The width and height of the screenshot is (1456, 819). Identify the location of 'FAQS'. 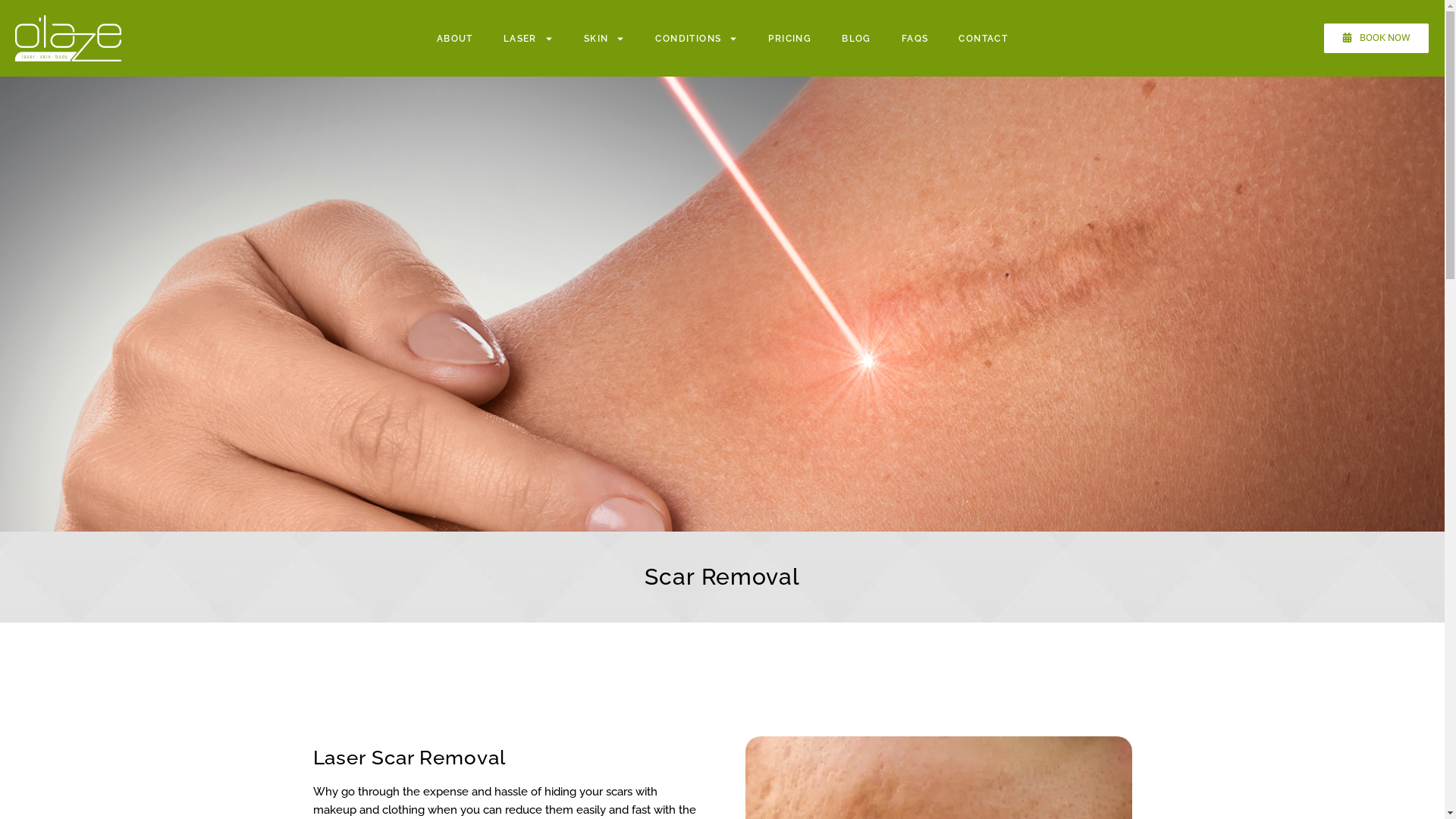
(914, 37).